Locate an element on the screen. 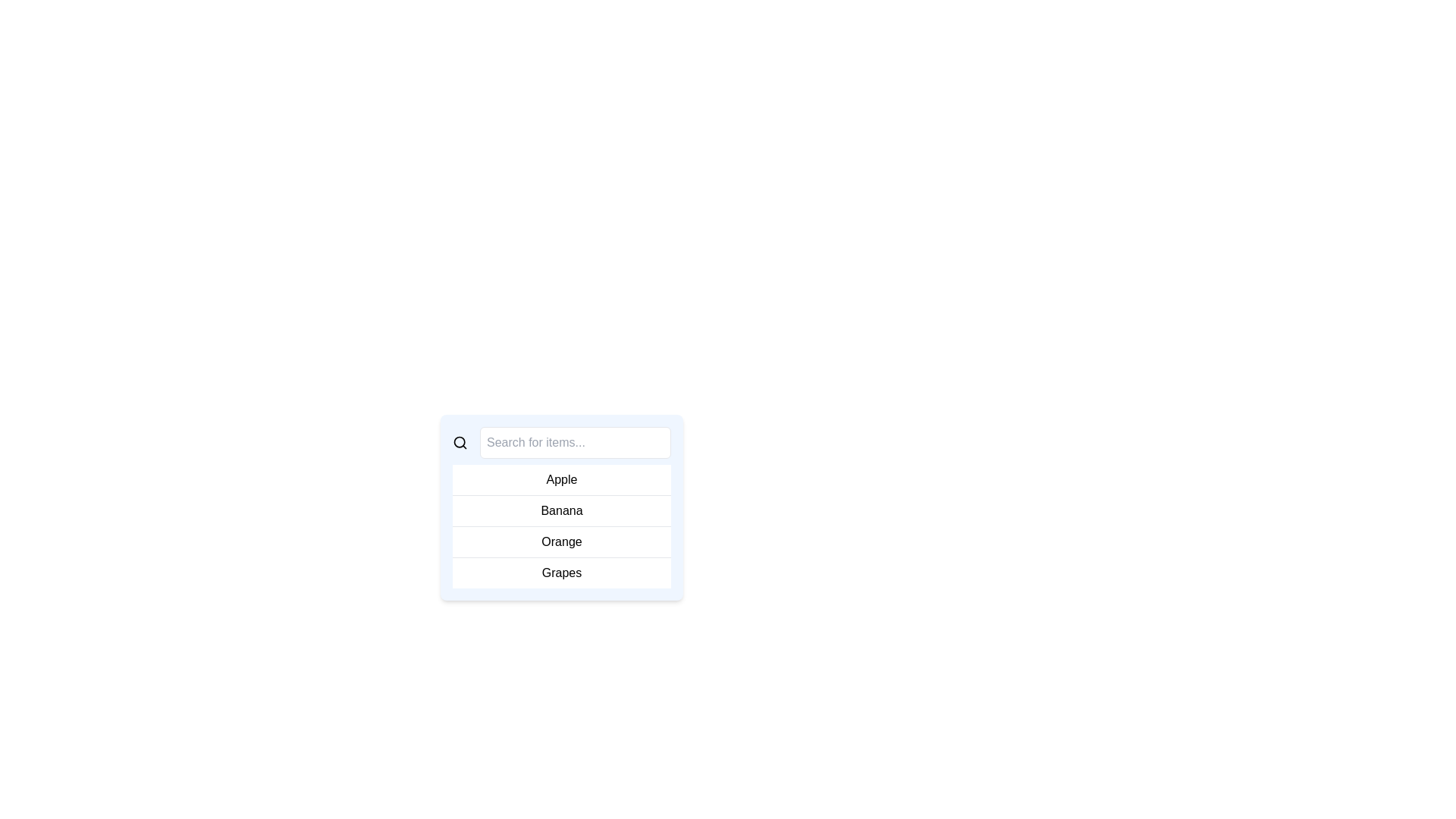 This screenshot has height=819, width=1456. the list item representing 'Banana' in the dropdown list is located at coordinates (560, 511).